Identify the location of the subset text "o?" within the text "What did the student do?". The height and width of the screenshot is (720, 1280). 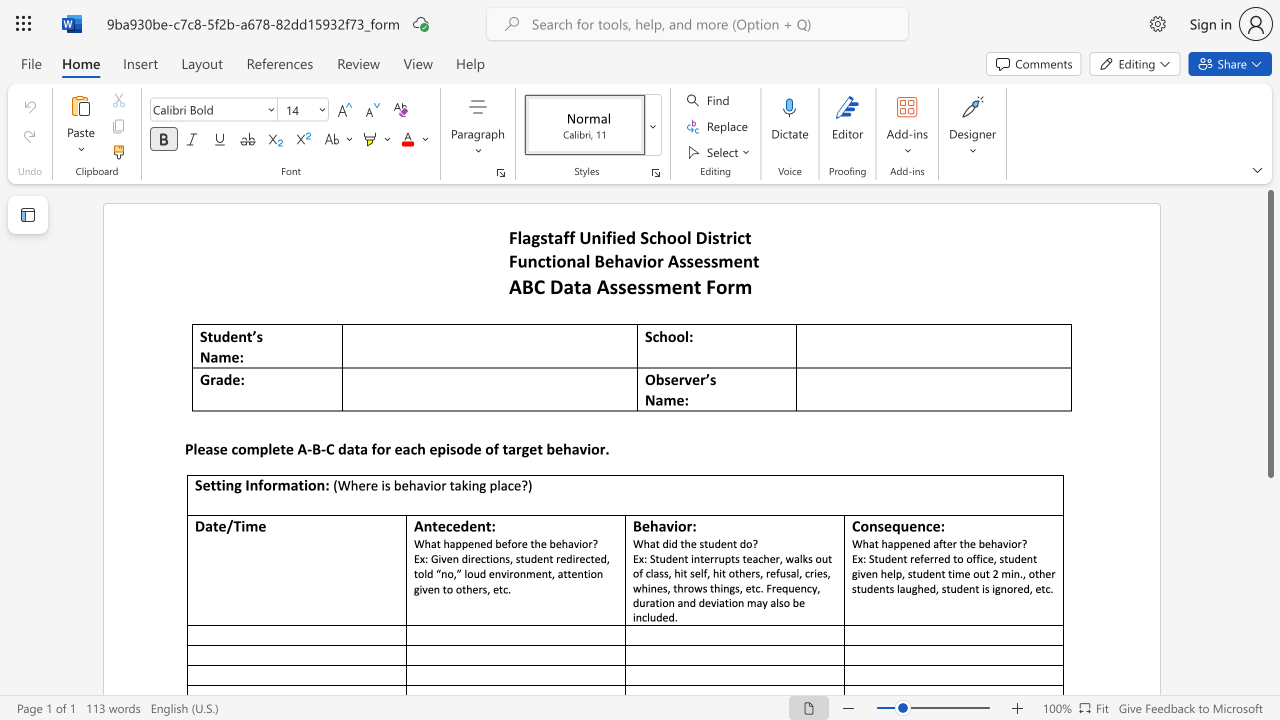
(745, 543).